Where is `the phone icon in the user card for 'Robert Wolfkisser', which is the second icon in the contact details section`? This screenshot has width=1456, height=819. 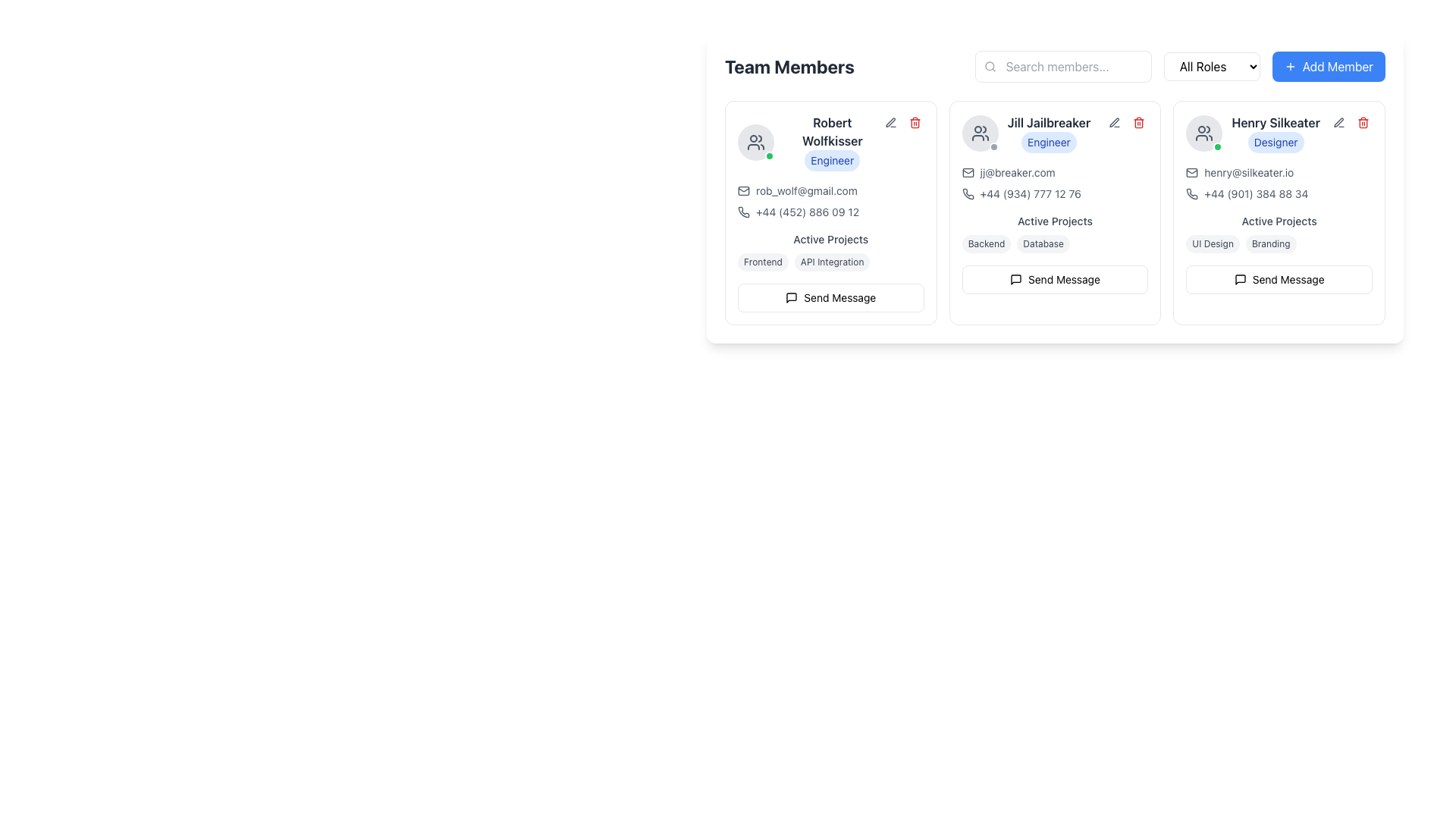
the phone icon in the user card for 'Robert Wolfkisser', which is the second icon in the contact details section is located at coordinates (744, 212).